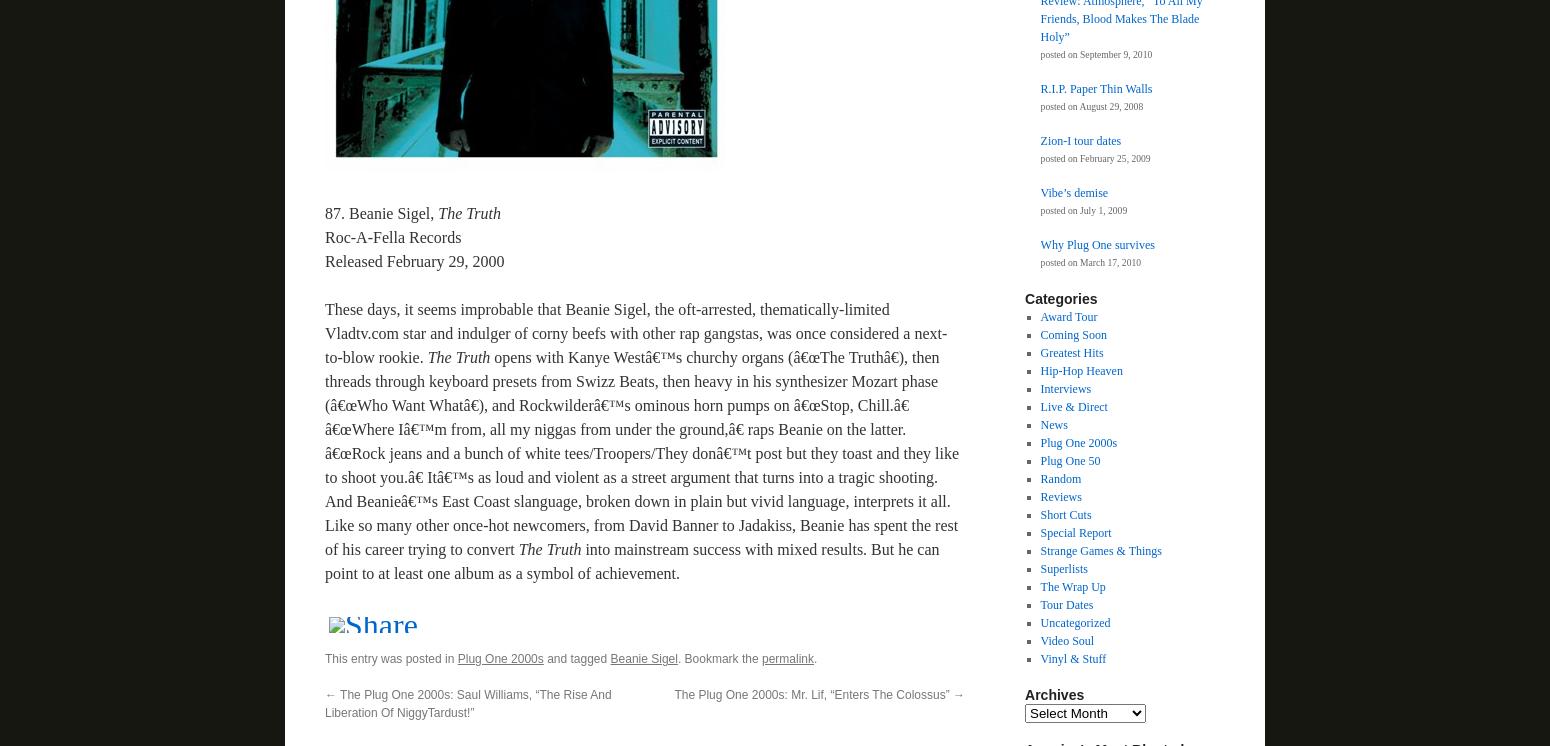  I want to click on 'Hip-Hop Heaven', so click(1080, 369).